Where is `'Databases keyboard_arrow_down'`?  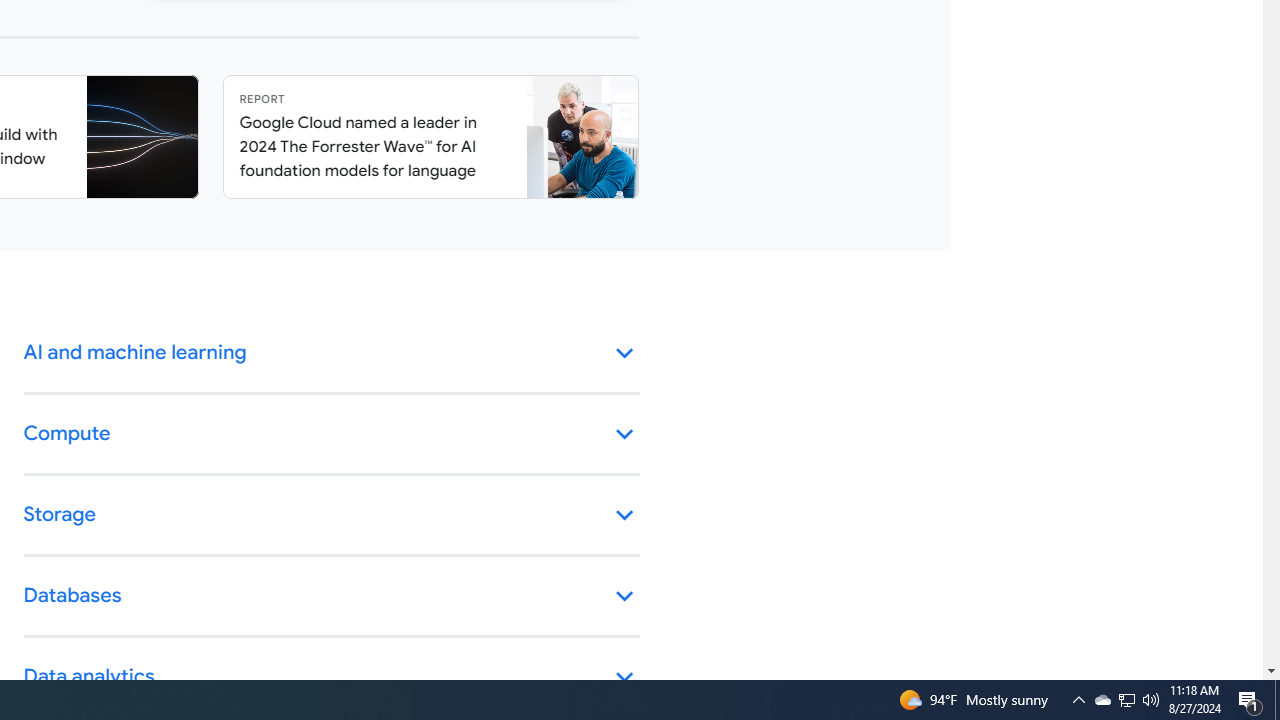 'Databases keyboard_arrow_down' is located at coordinates (331, 595).